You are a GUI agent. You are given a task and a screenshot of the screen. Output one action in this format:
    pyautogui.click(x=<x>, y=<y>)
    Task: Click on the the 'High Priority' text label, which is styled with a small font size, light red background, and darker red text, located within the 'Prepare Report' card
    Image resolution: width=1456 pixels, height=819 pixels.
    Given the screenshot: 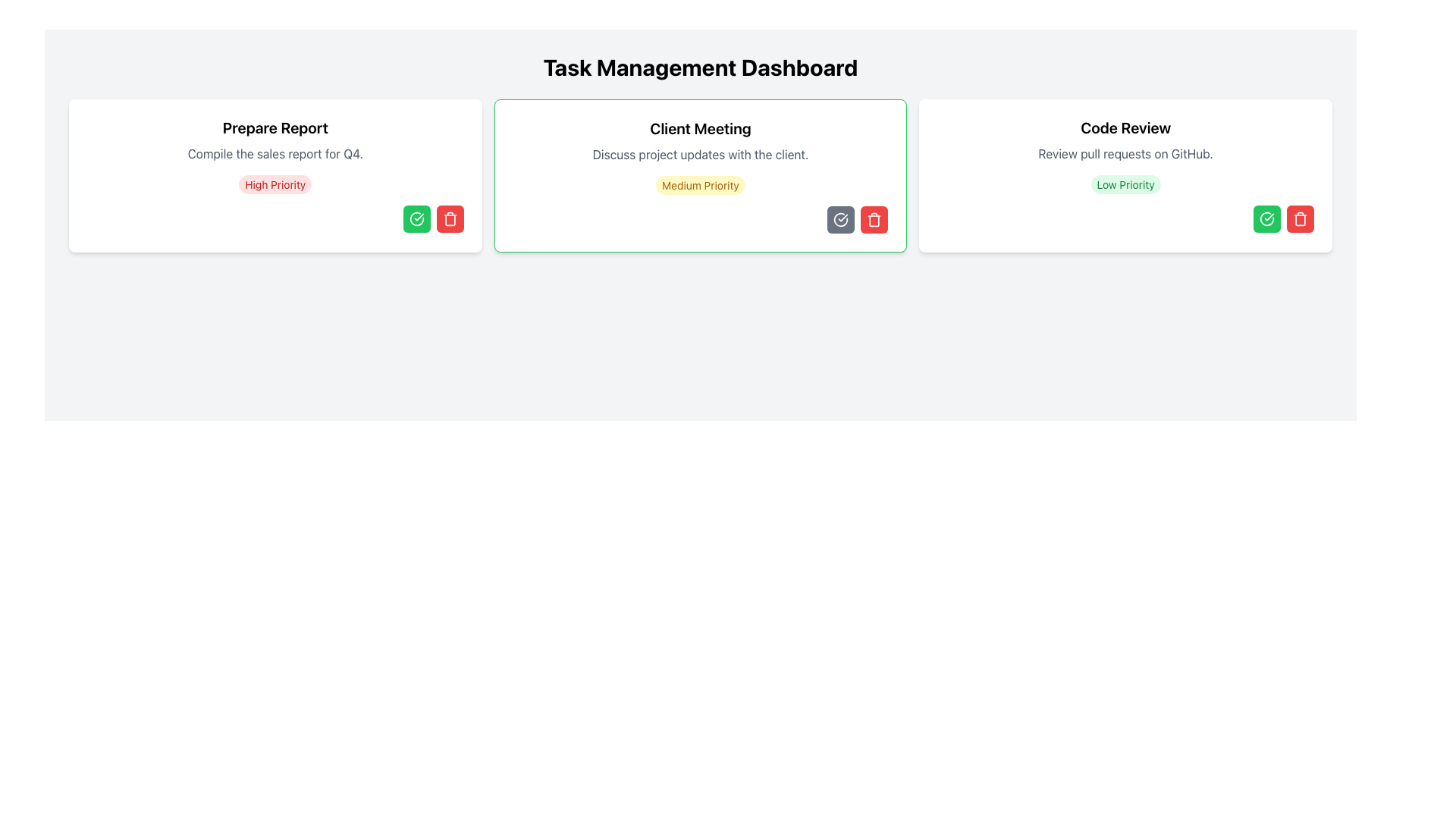 What is the action you would take?
    pyautogui.click(x=275, y=184)
    